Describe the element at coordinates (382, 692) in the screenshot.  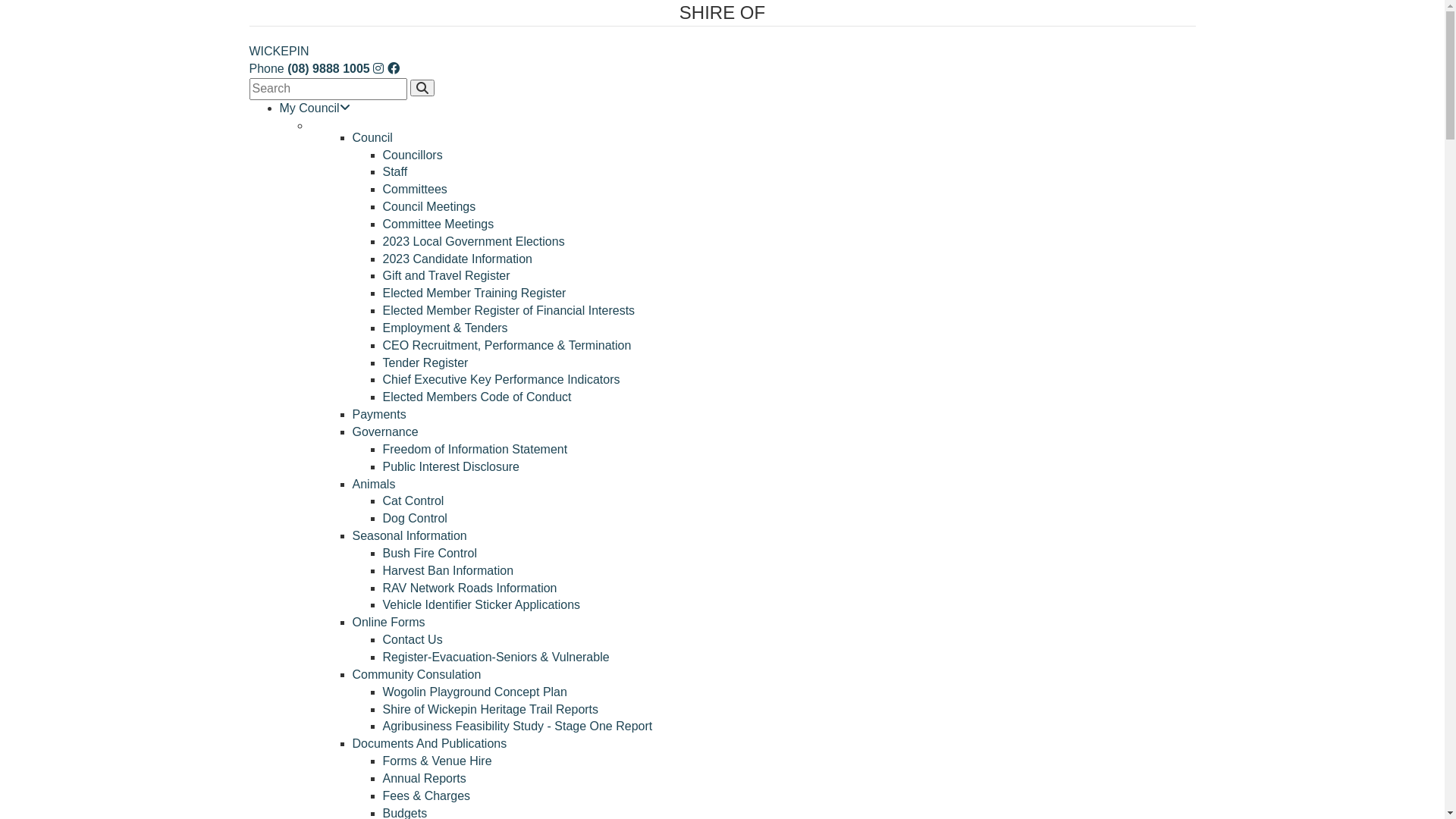
I see `'Wogolin Playground Concept Plan'` at that location.